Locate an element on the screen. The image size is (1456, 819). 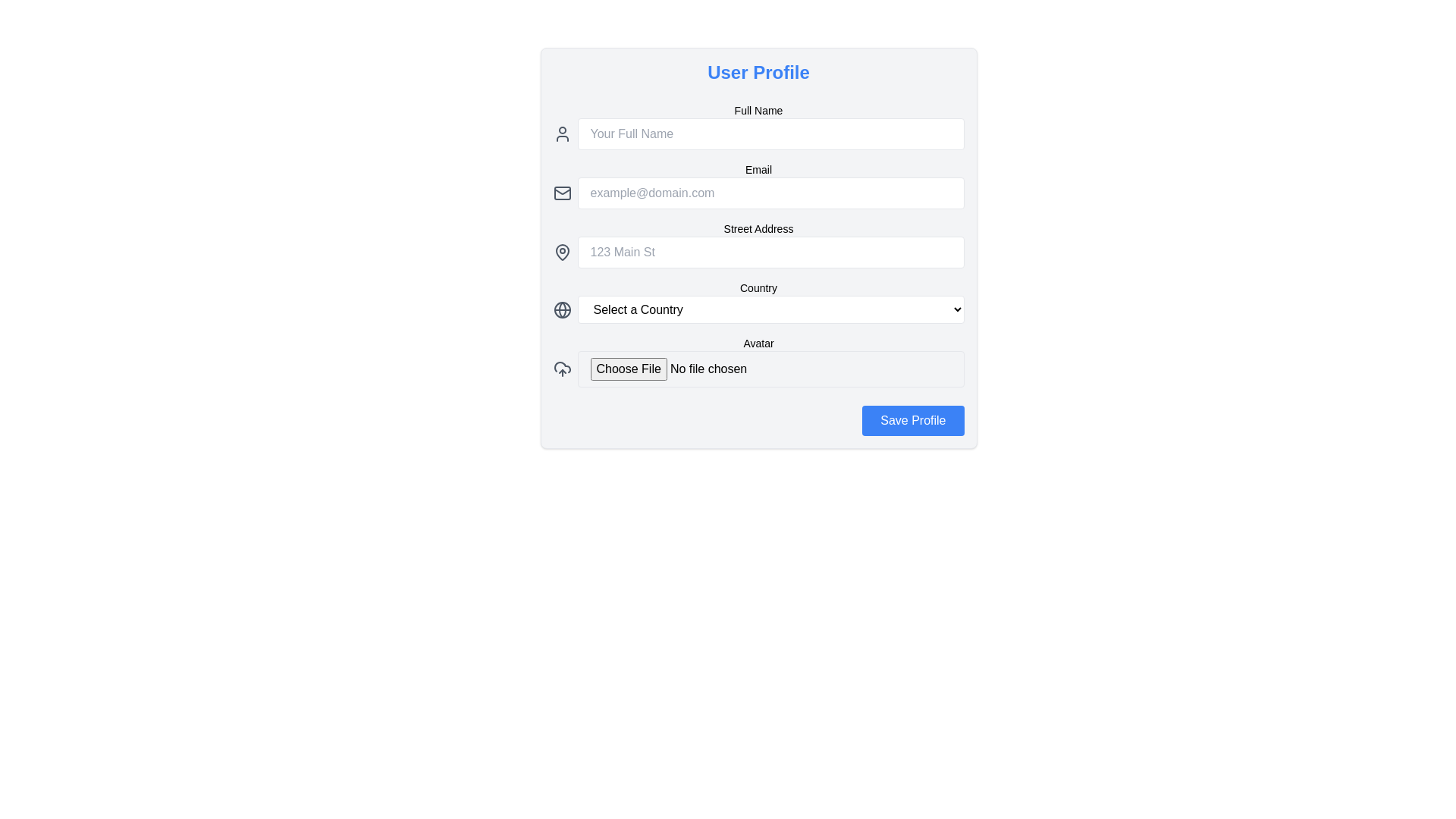
the text label that describes the dropdown menu for selecting a country, located within the 'User Profile' form is located at coordinates (758, 288).